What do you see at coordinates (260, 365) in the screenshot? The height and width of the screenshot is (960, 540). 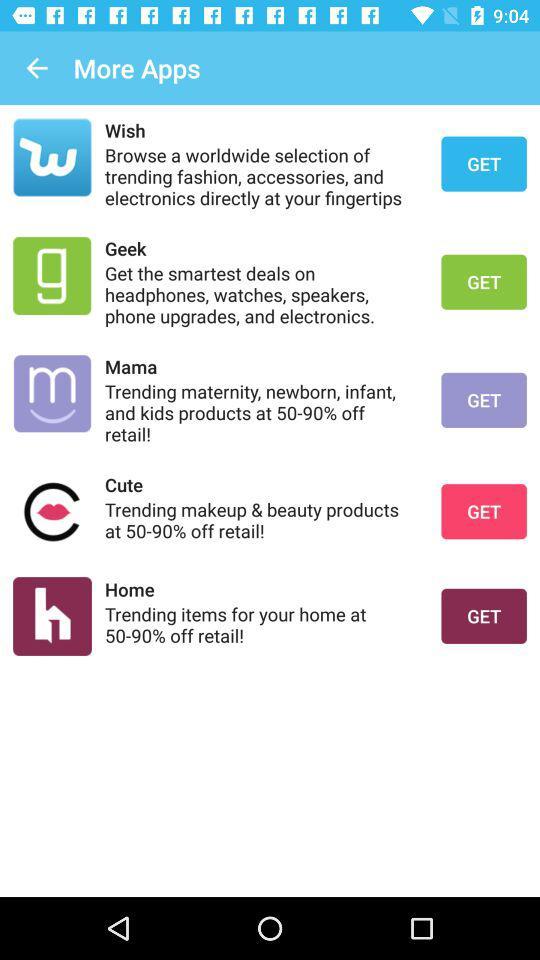 I see `the item above trending maternity newborn item` at bounding box center [260, 365].